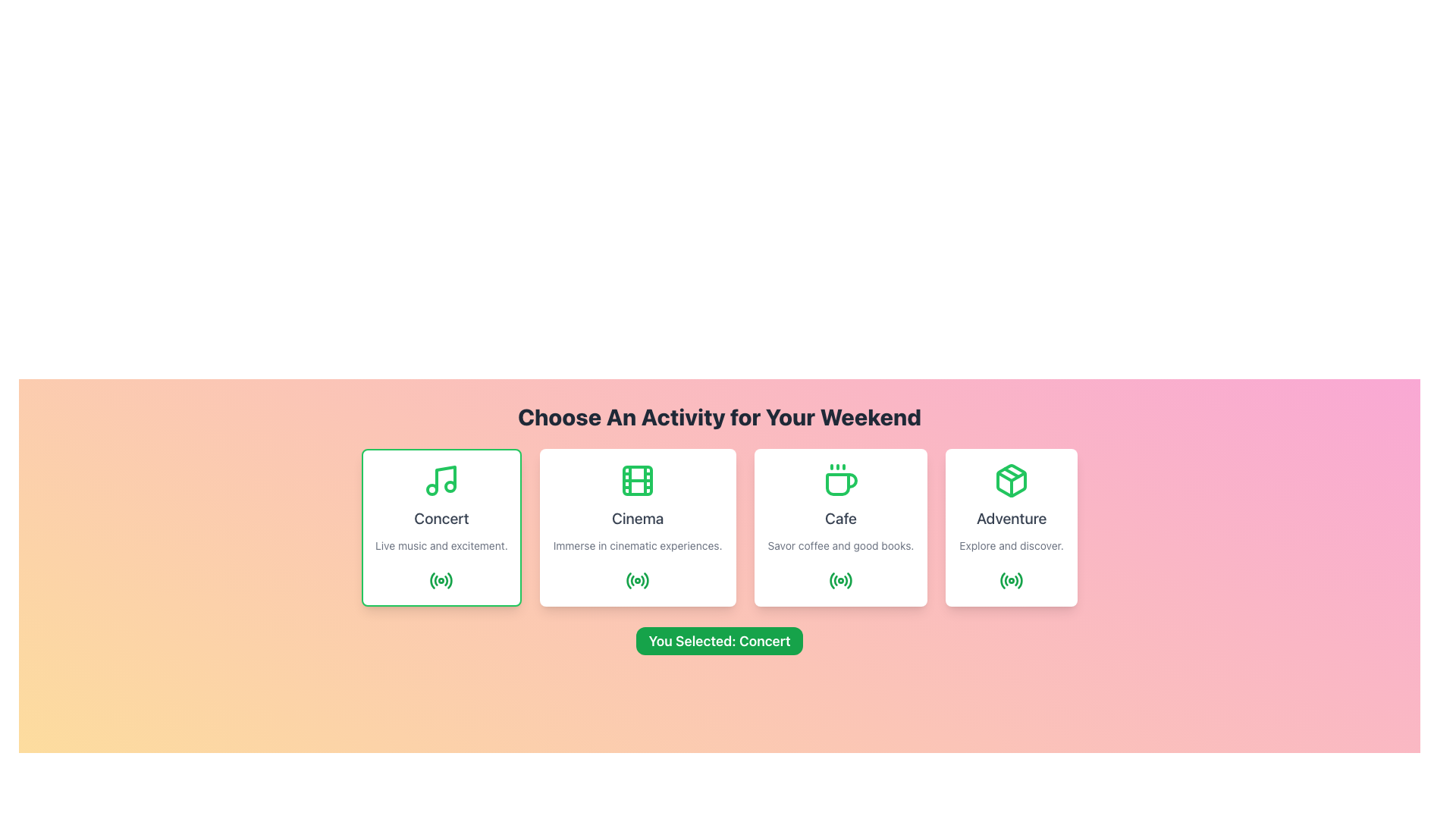 This screenshot has height=819, width=1456. I want to click on the green circular icon resembling a radio signal located at the bottom center of the 'Concert' card, directly below the label 'Live music and excitement.', so click(441, 580).